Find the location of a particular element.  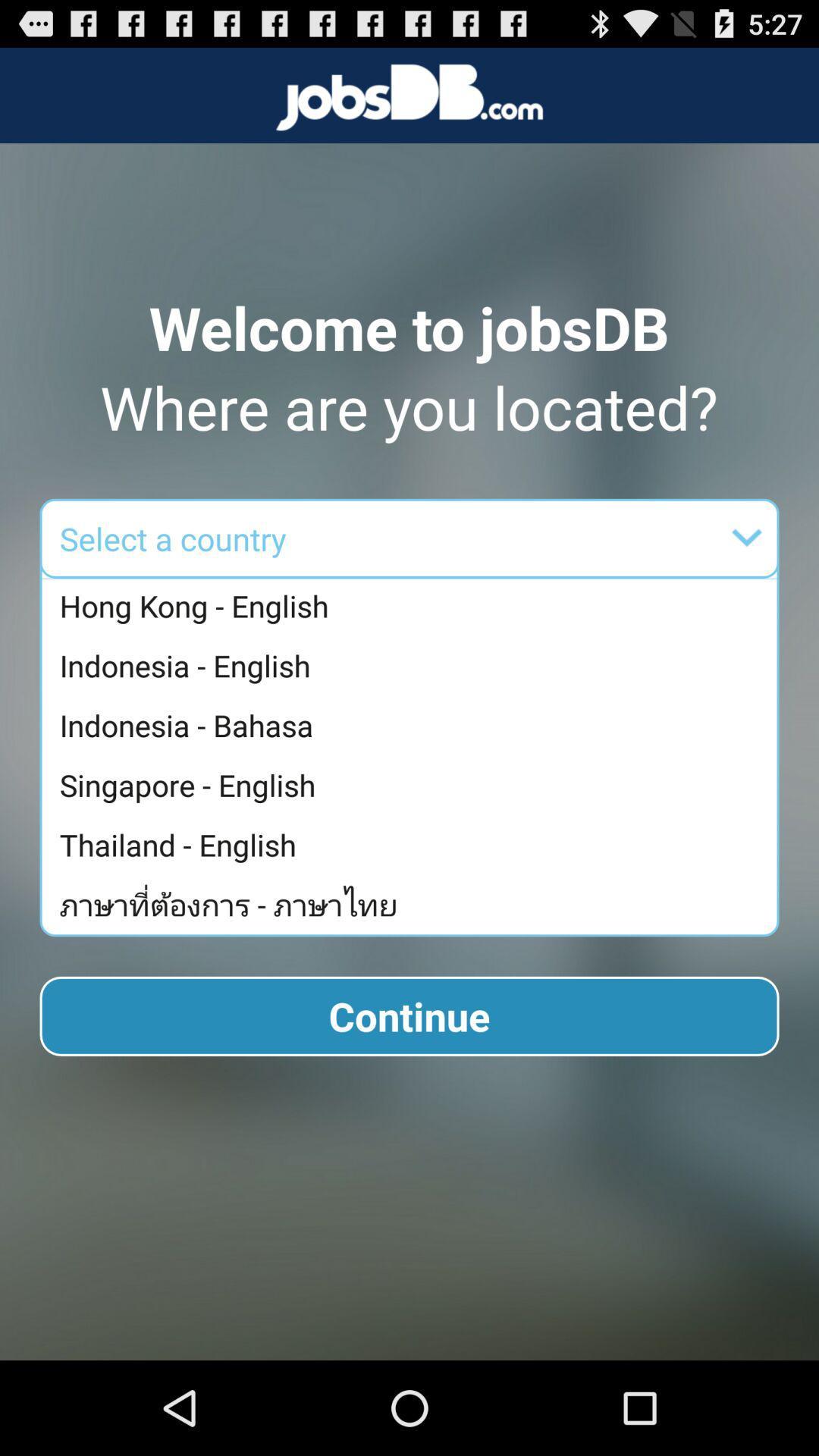

hong kong - english item is located at coordinates (413, 607).